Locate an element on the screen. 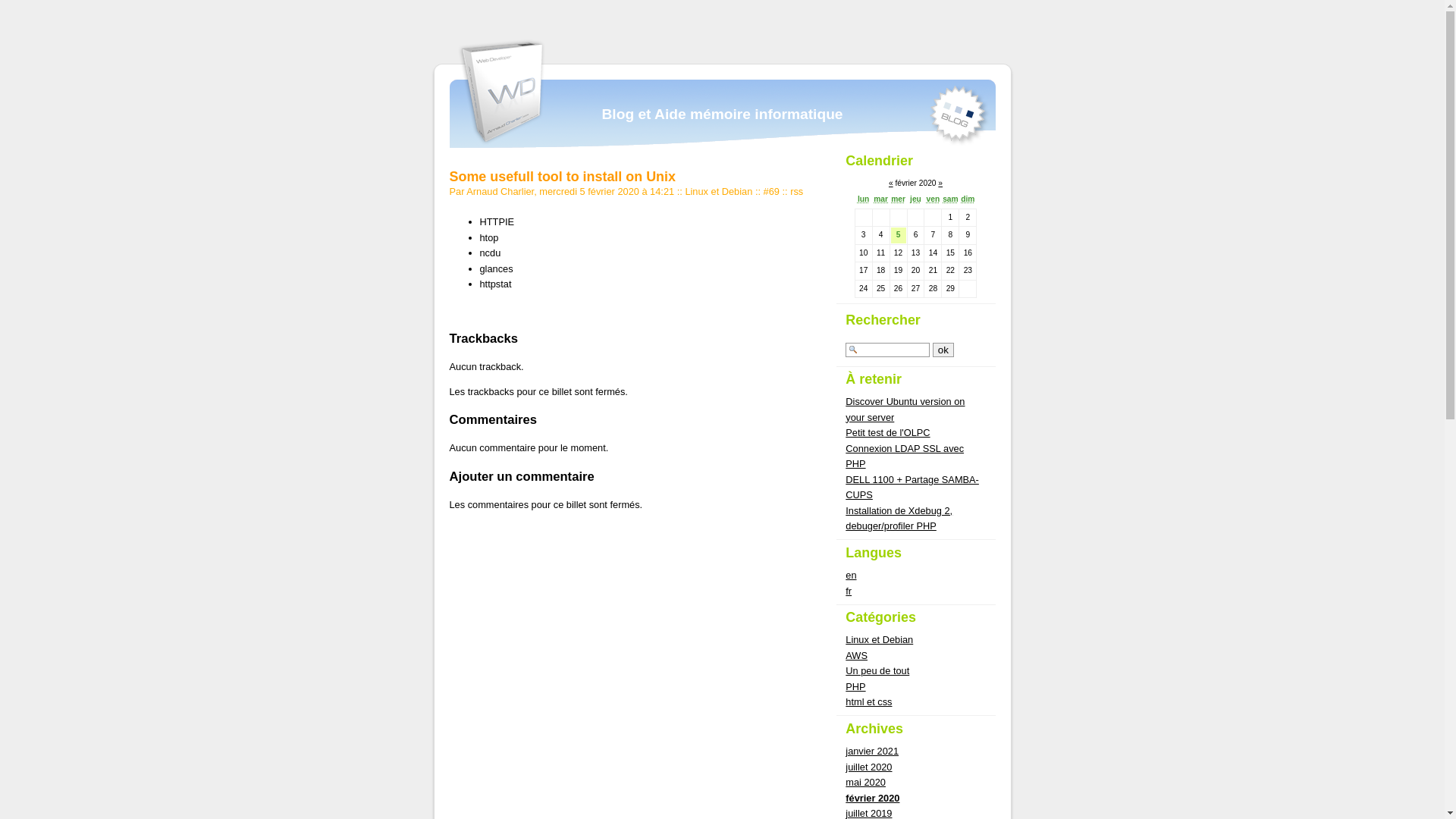 Image resolution: width=1456 pixels, height=819 pixels. 'juillet 2020' is located at coordinates (868, 767).